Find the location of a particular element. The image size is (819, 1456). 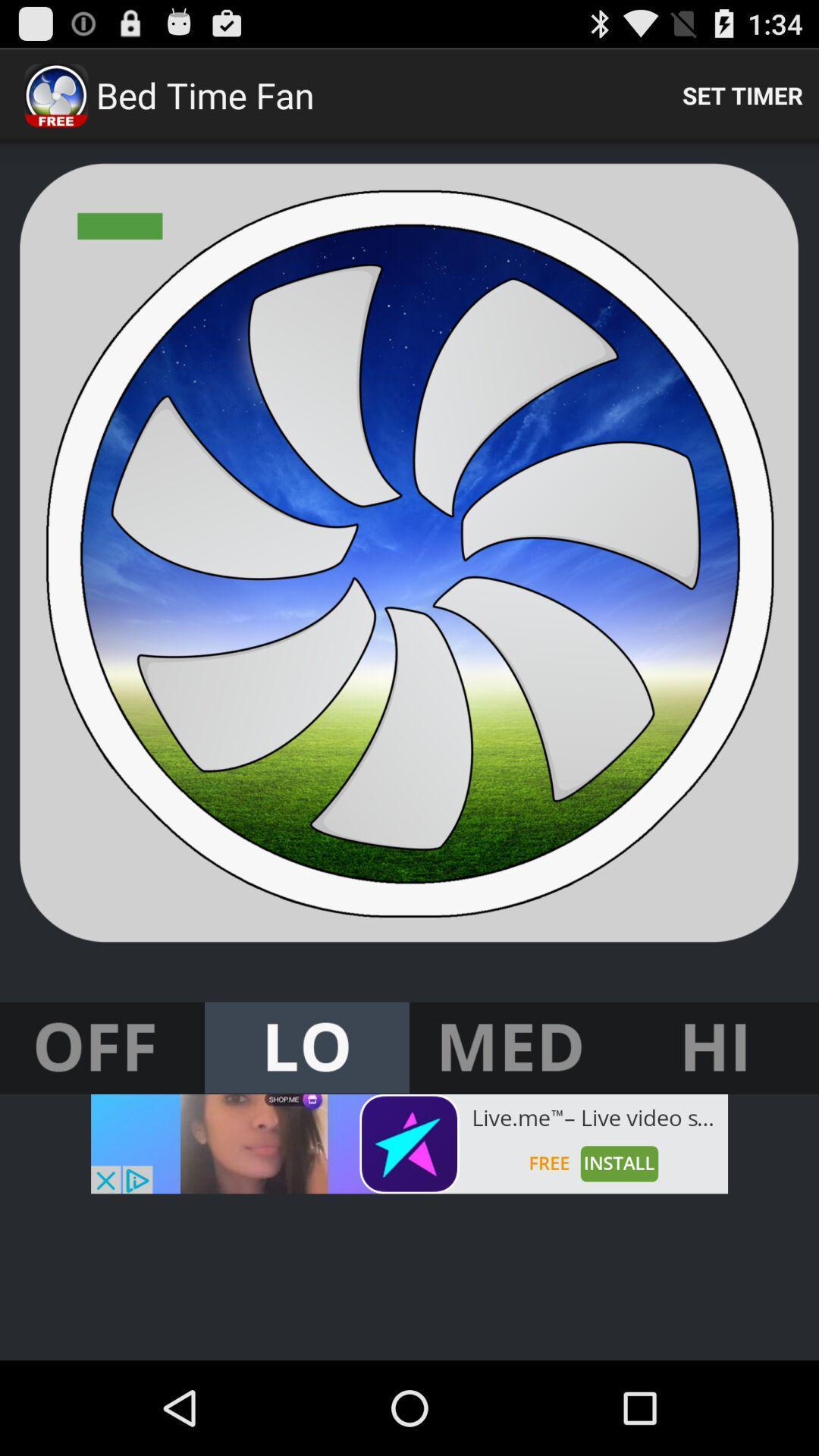

the sliders icon is located at coordinates (717, 1122).